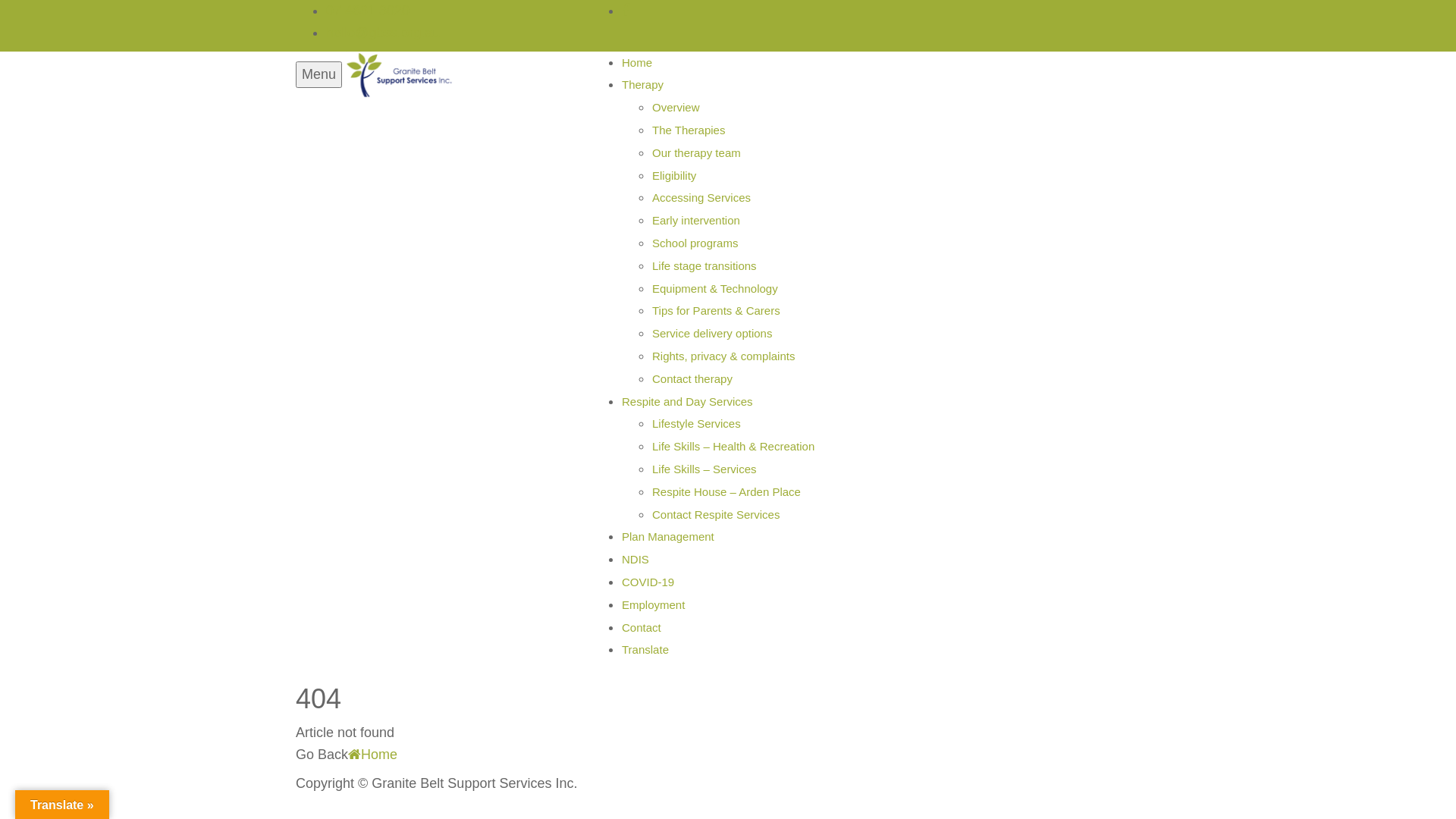  I want to click on 'Service delivery options', so click(711, 332).